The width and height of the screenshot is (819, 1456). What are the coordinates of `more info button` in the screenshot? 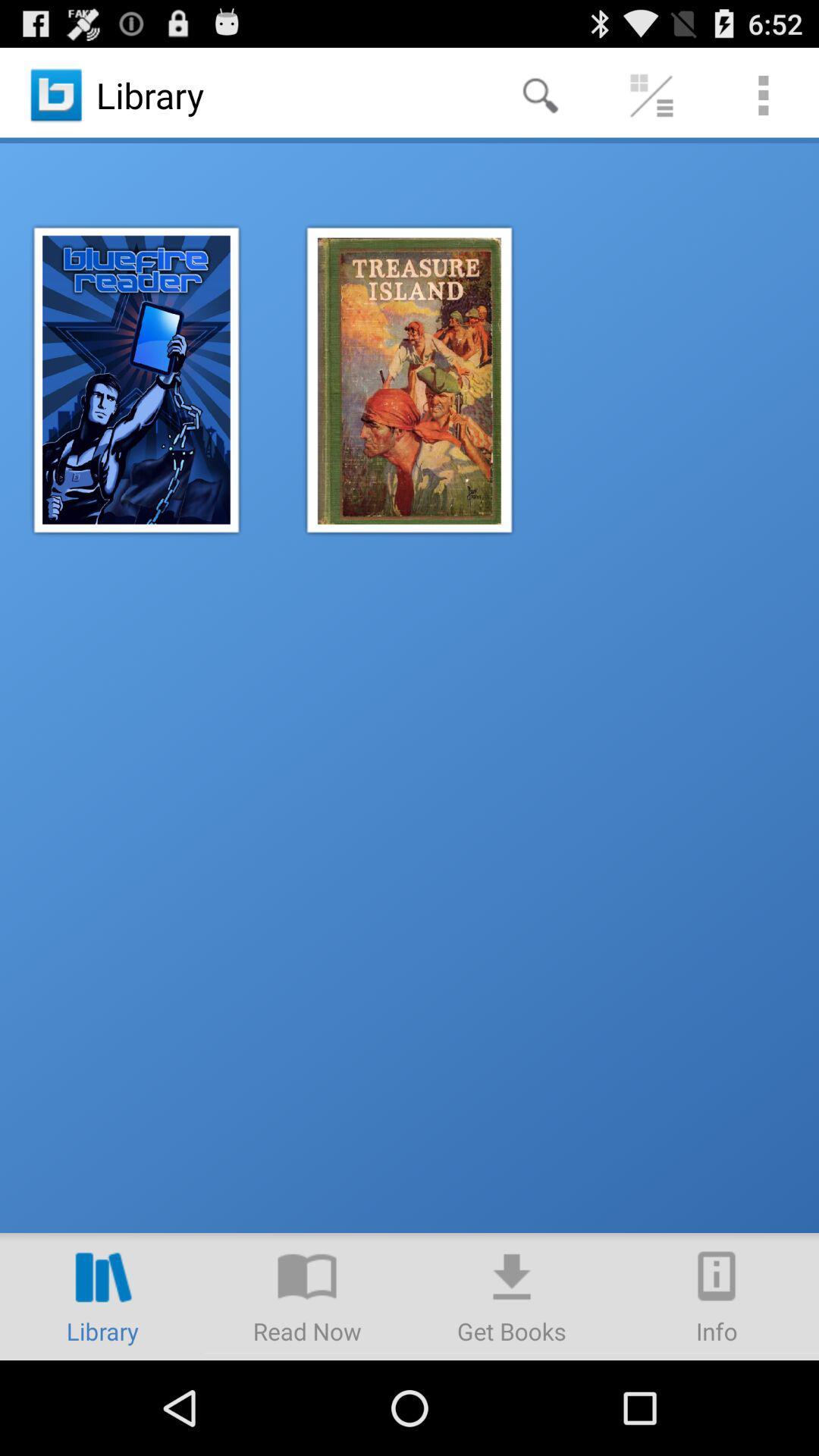 It's located at (717, 1295).